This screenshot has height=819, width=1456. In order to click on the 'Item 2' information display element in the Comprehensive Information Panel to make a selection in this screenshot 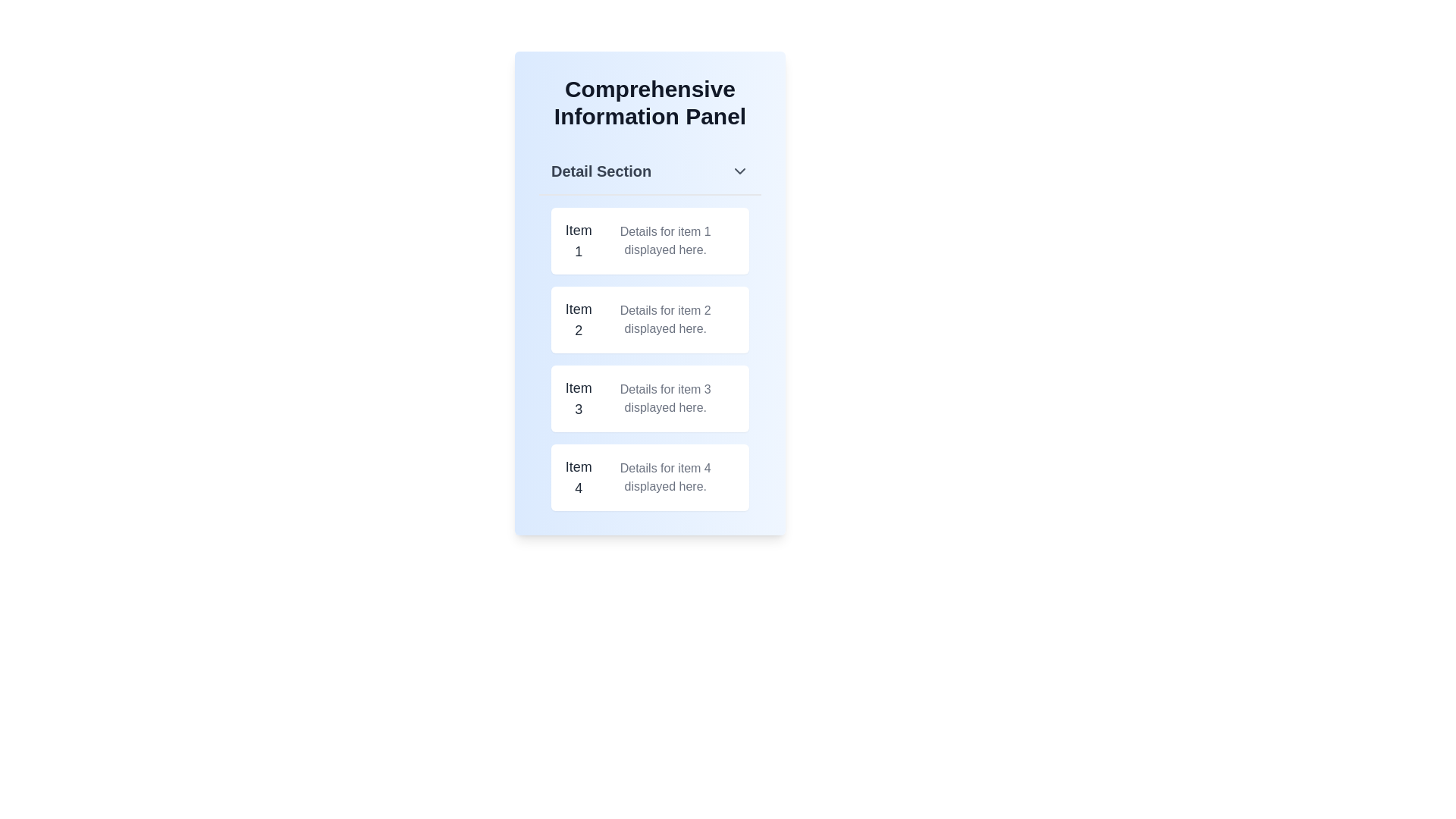, I will do `click(650, 318)`.